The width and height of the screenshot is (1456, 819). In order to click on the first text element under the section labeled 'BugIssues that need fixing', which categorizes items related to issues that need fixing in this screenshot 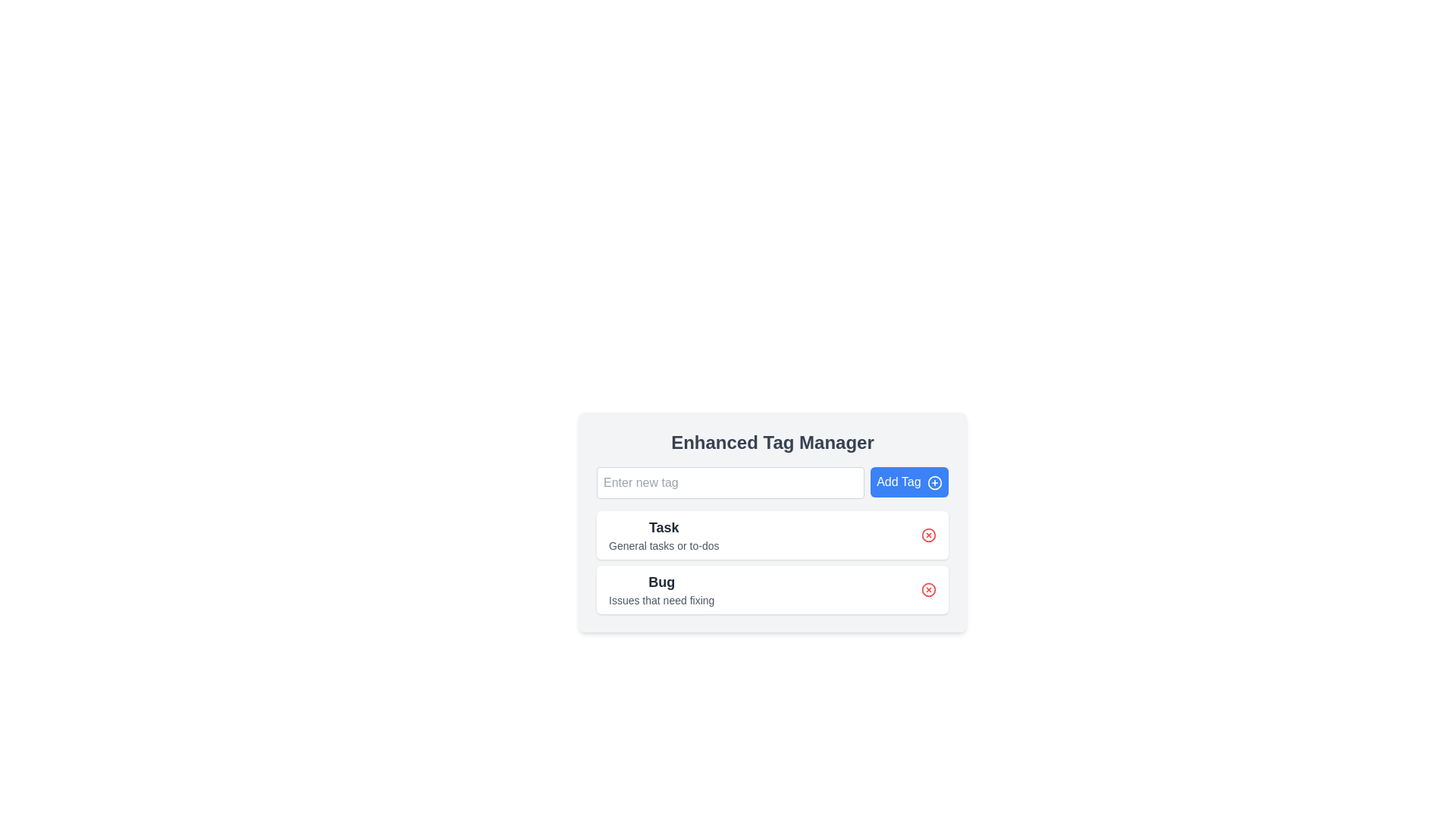, I will do `click(661, 581)`.